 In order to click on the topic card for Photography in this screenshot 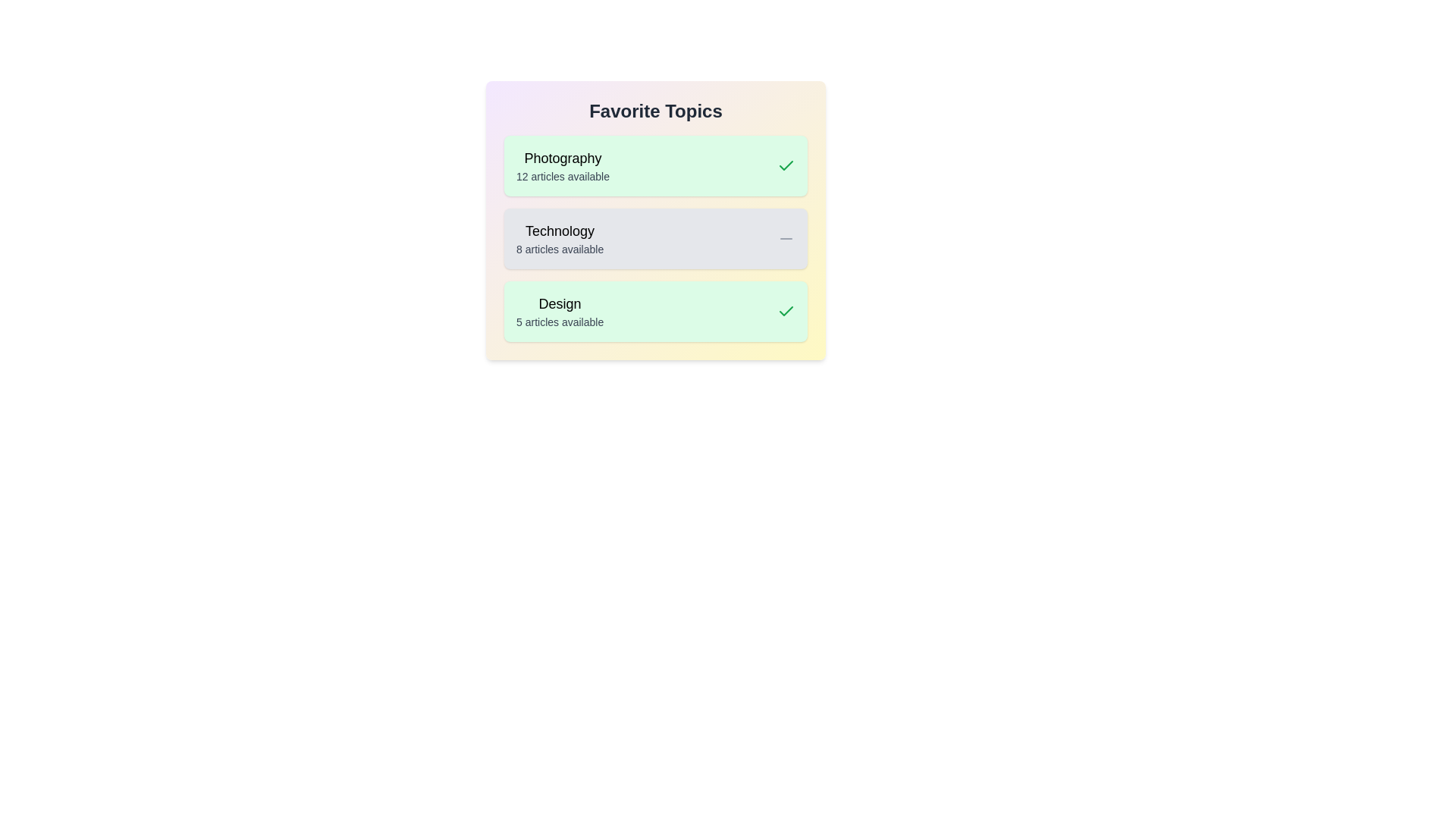, I will do `click(655, 166)`.